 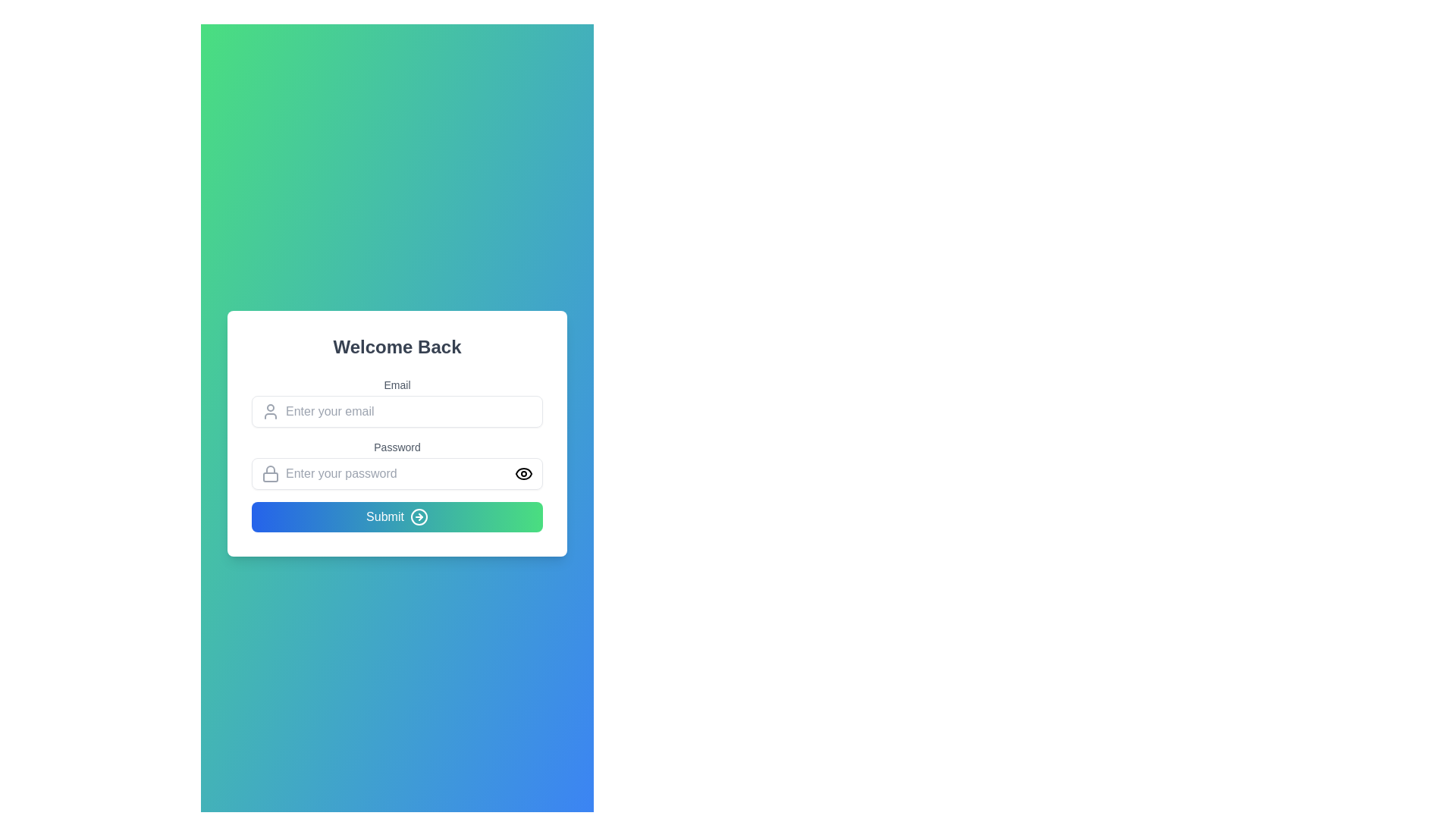 I want to click on the Text Header that prominently displays 'Welcome Back' in large, bold, dark gray font, located at the top of the login form interface, so click(x=397, y=347).